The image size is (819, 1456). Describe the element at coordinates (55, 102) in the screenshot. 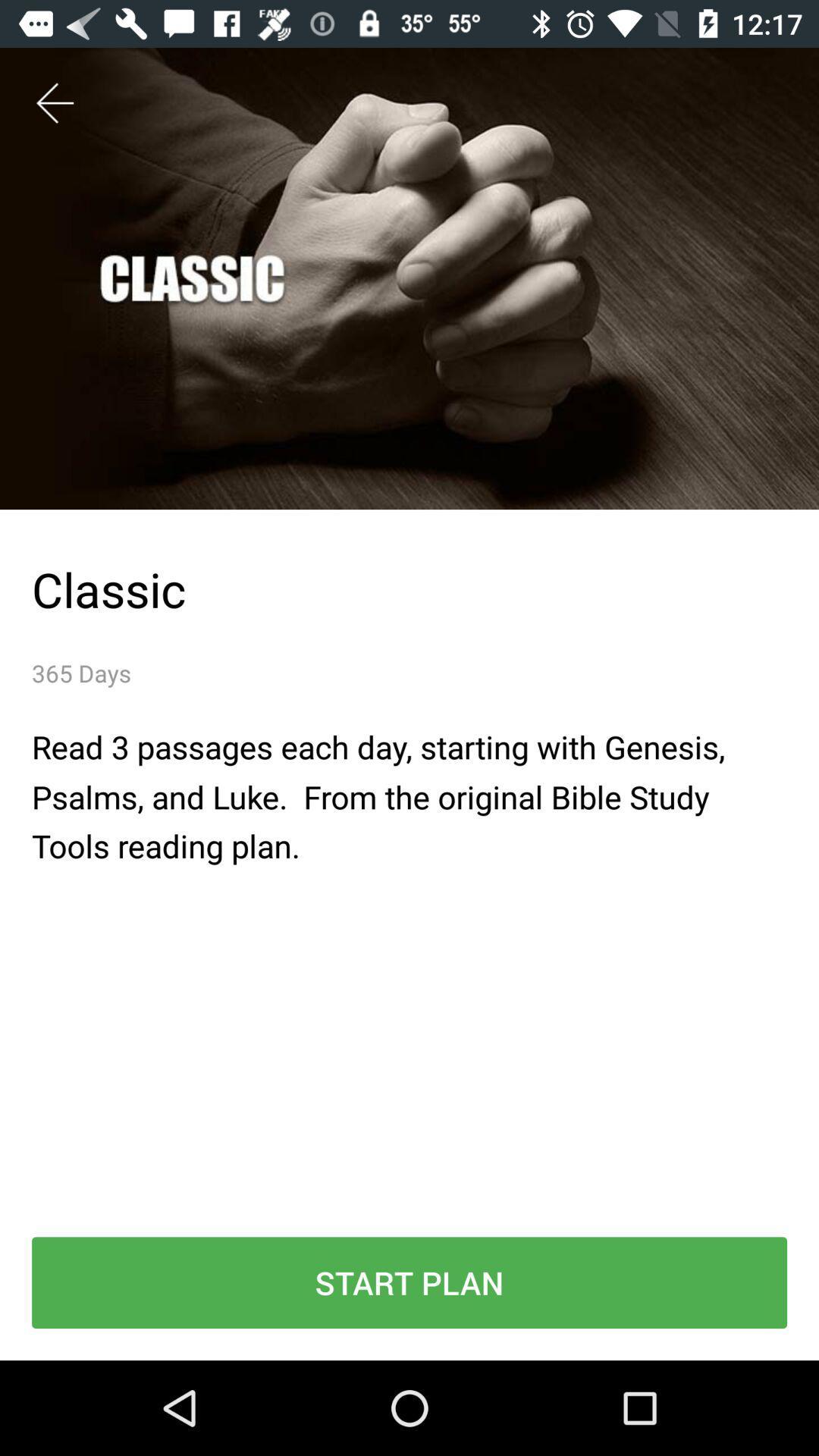

I see `icon above classic` at that location.